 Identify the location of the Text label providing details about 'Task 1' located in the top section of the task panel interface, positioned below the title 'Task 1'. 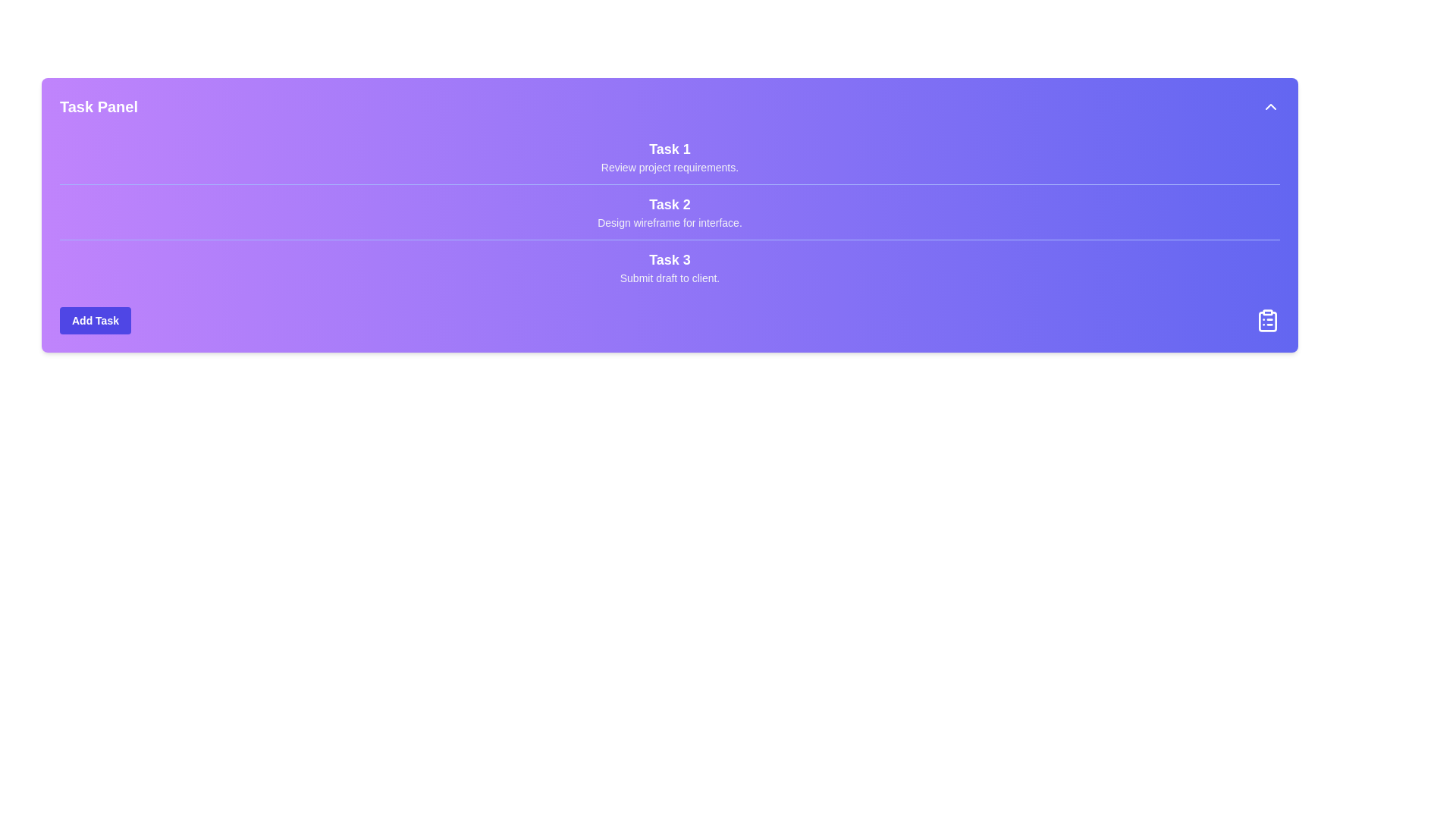
(669, 167).